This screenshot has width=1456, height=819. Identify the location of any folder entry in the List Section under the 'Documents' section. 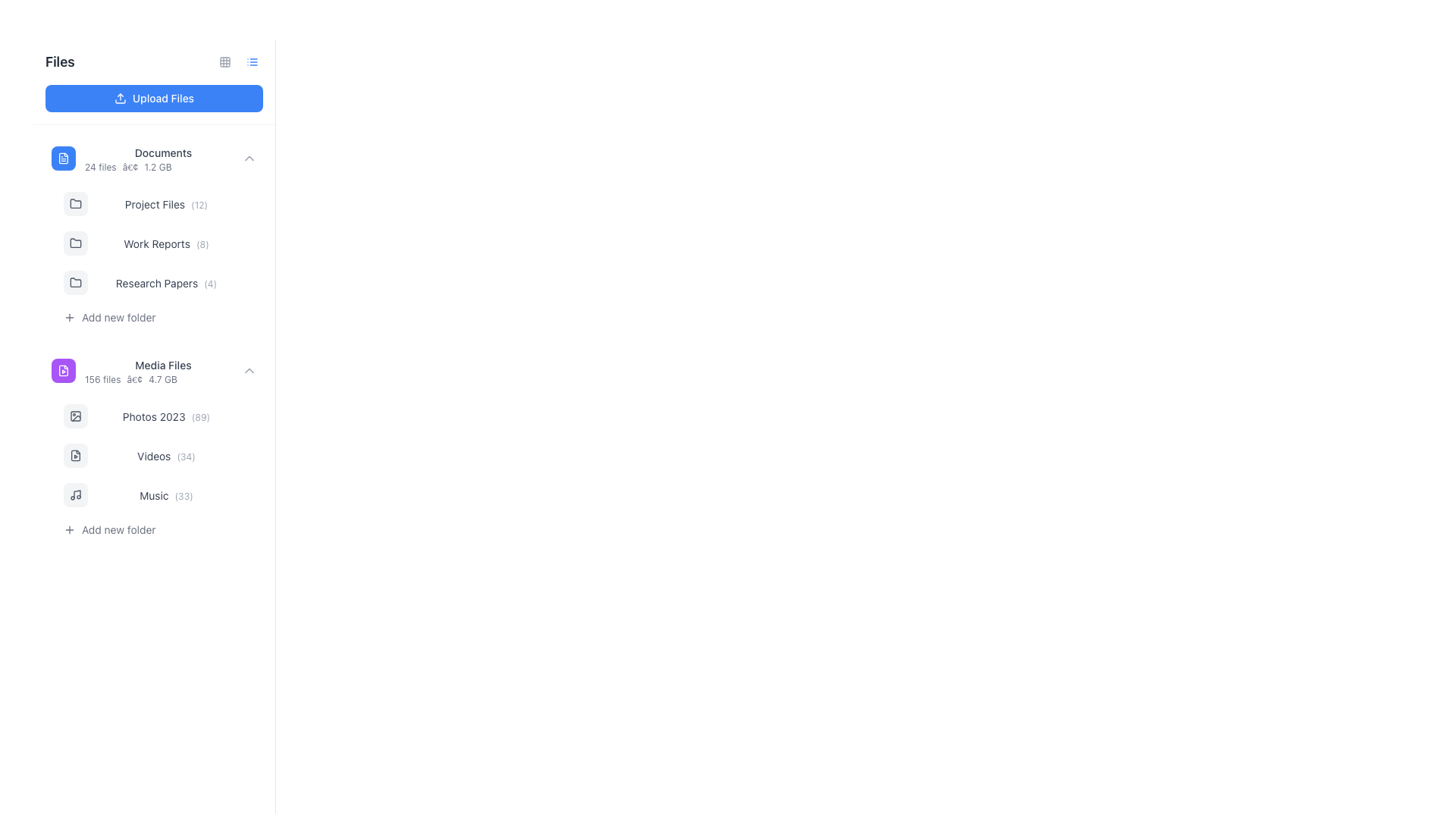
(160, 257).